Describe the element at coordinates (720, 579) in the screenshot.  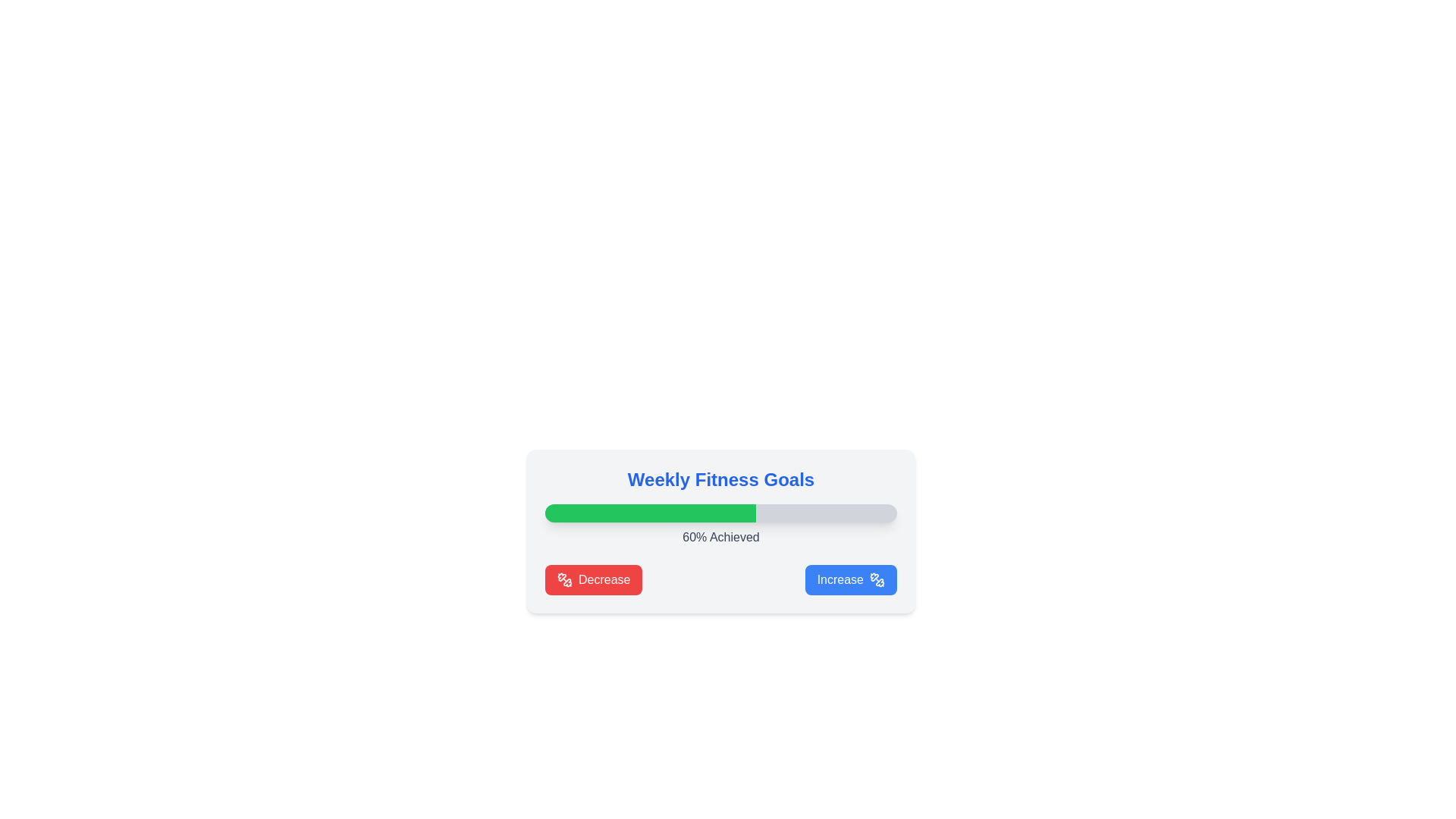
I see `the Interactive button group containing 'Decrease' and 'Increase' buttons` at that location.